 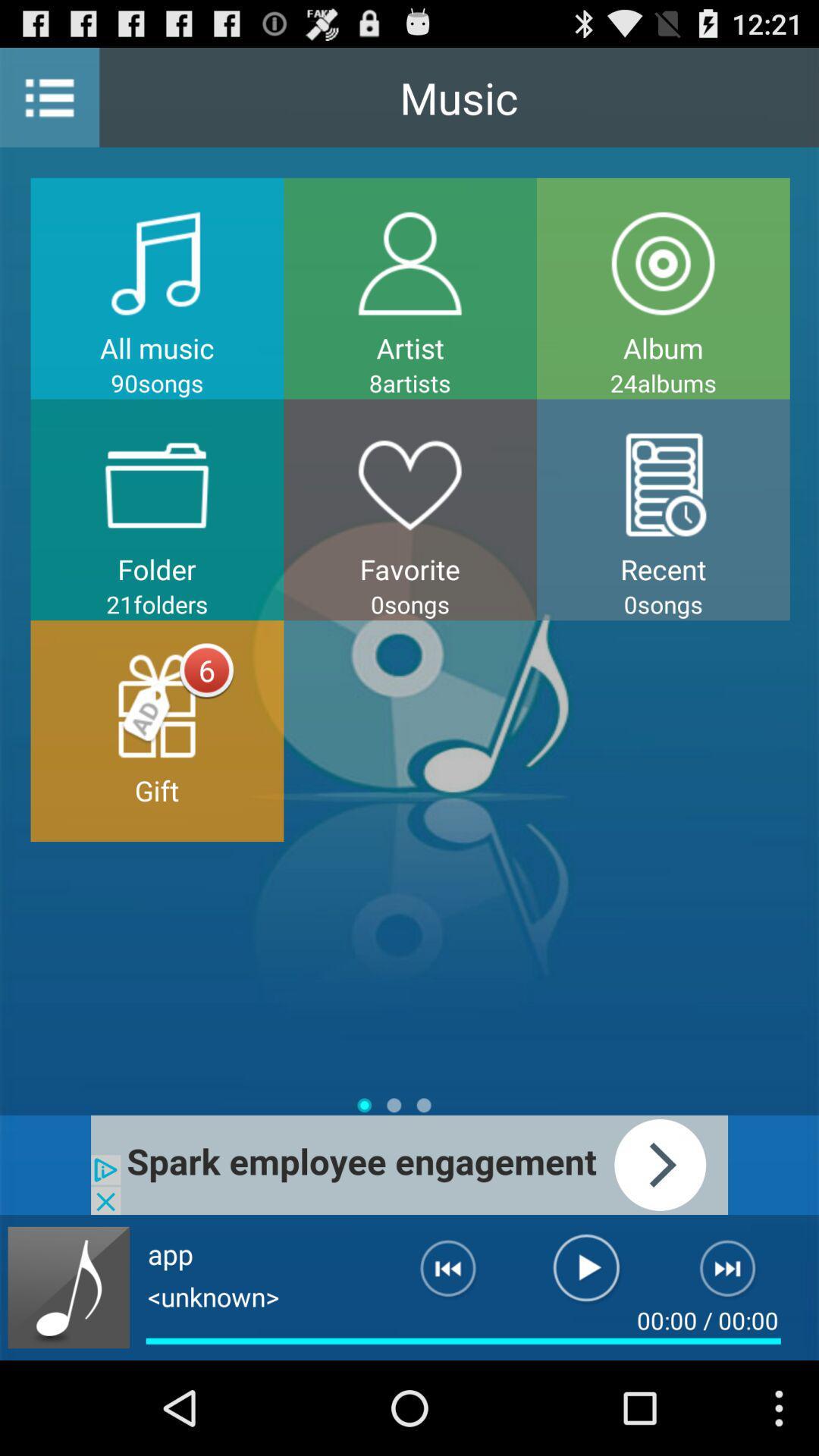 I want to click on choose song, so click(x=68, y=1287).